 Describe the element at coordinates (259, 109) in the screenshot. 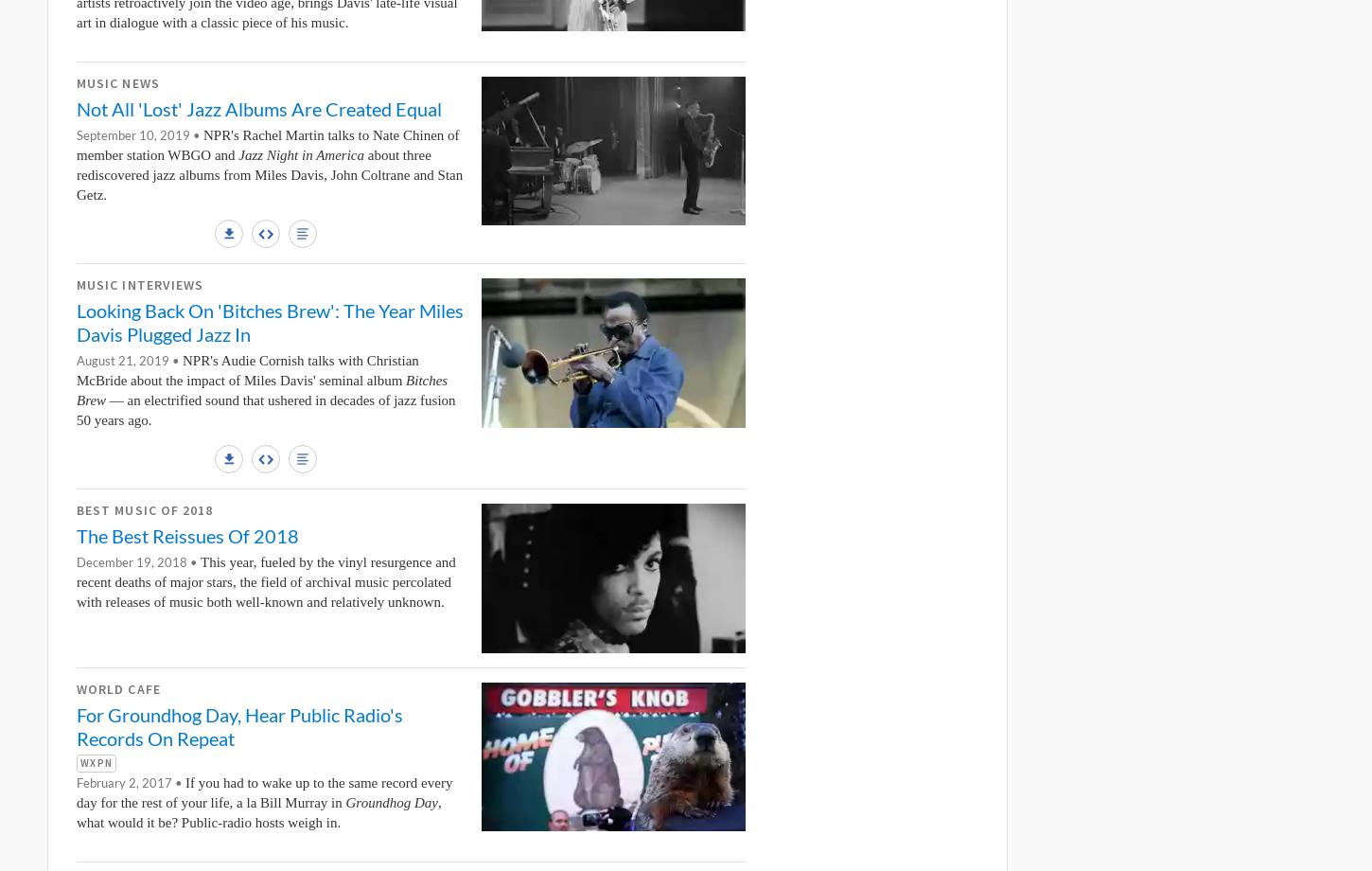

I see `'Not All 'Lost' Jazz Albums Are Created Equal'` at that location.